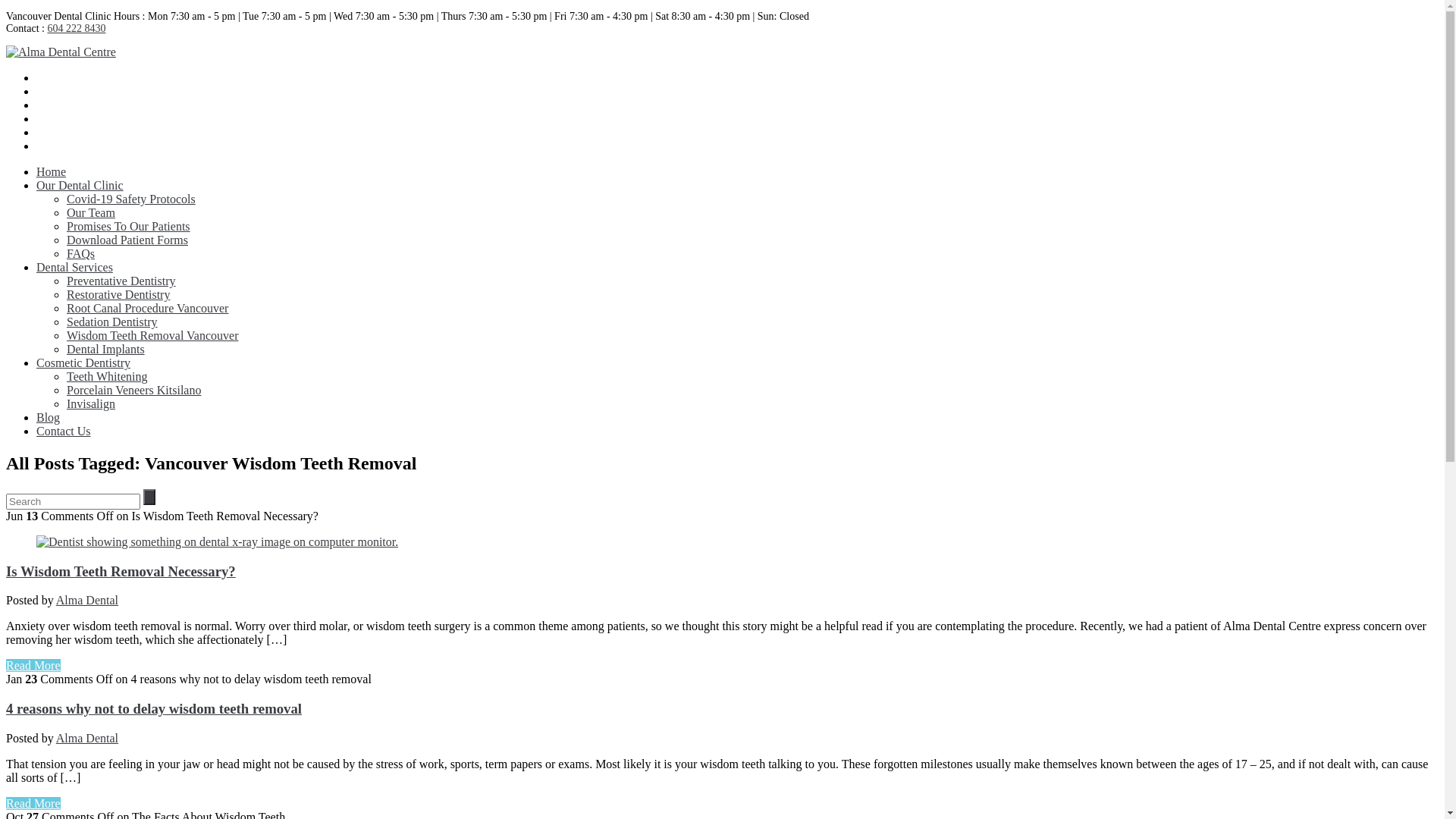 This screenshot has width=1456, height=819. Describe the element at coordinates (83, 362) in the screenshot. I see `'Cosmetic Dentistry'` at that location.